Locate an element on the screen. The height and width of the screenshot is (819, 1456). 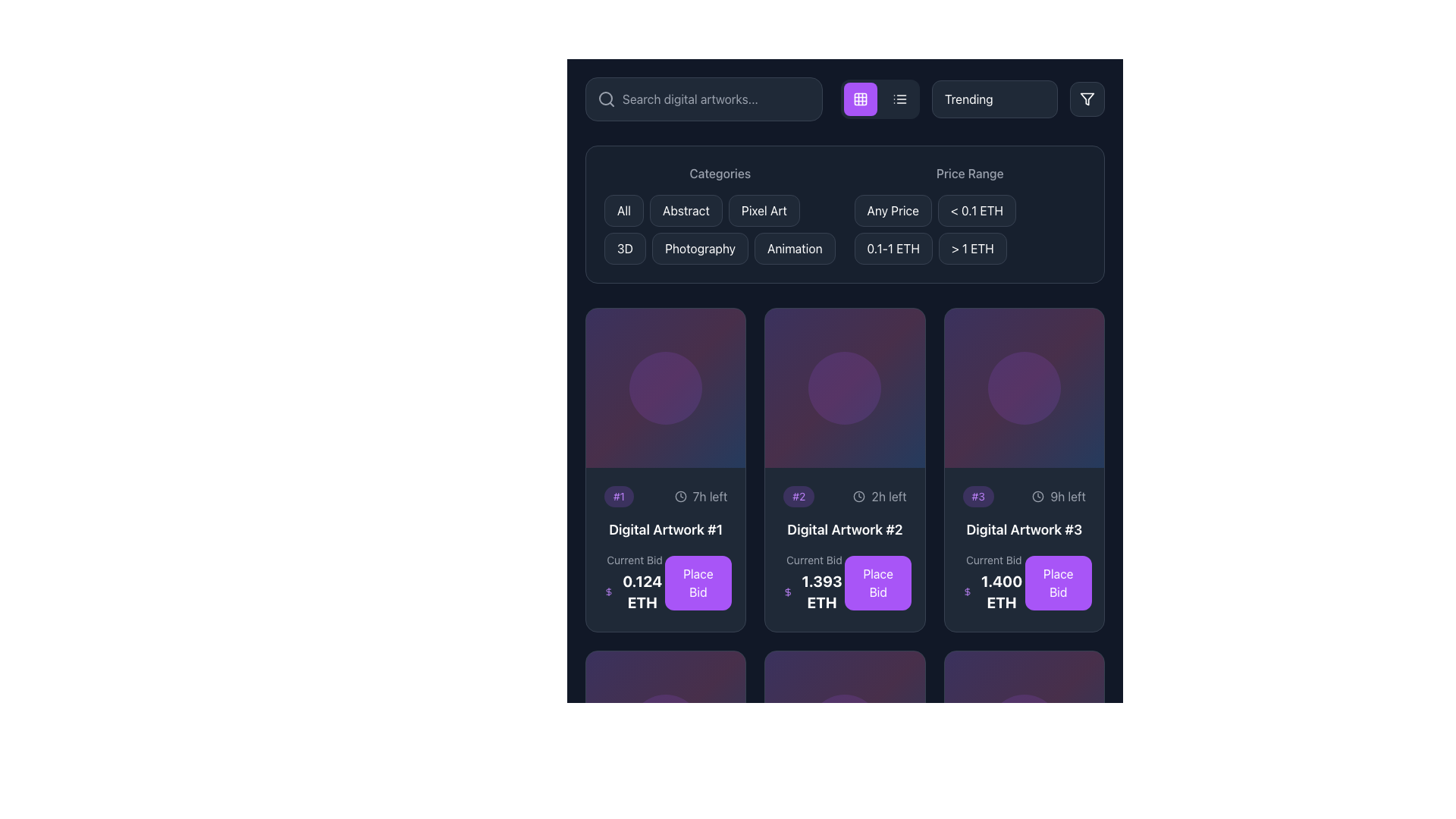
the button labeled '> 1 ETH' which is the fourth button in the price range options located in the top right section of the page is located at coordinates (972, 247).